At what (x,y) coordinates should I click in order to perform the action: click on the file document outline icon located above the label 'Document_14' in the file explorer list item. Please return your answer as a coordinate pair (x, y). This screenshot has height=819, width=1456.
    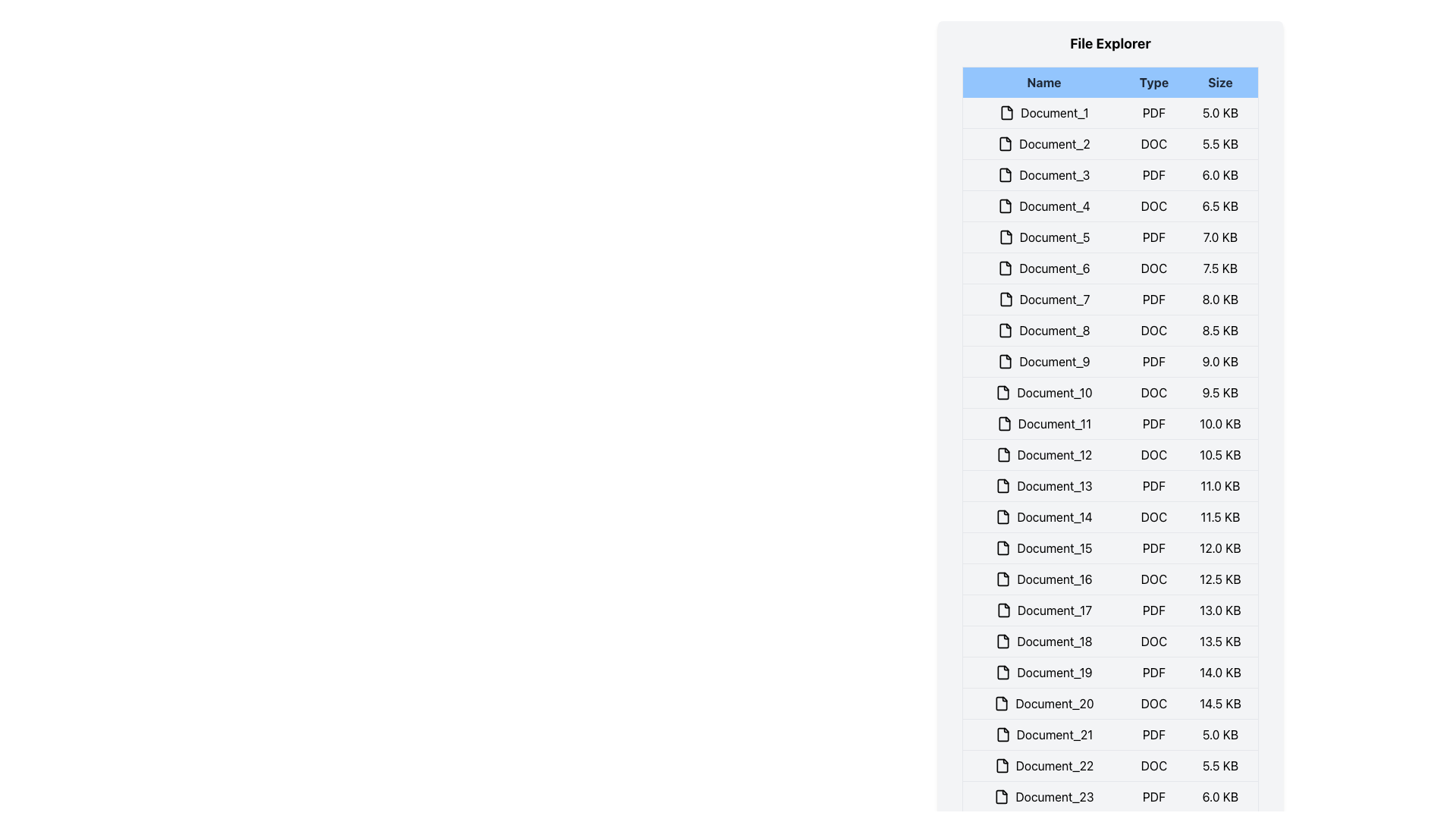
    Looking at the image, I should click on (1003, 516).